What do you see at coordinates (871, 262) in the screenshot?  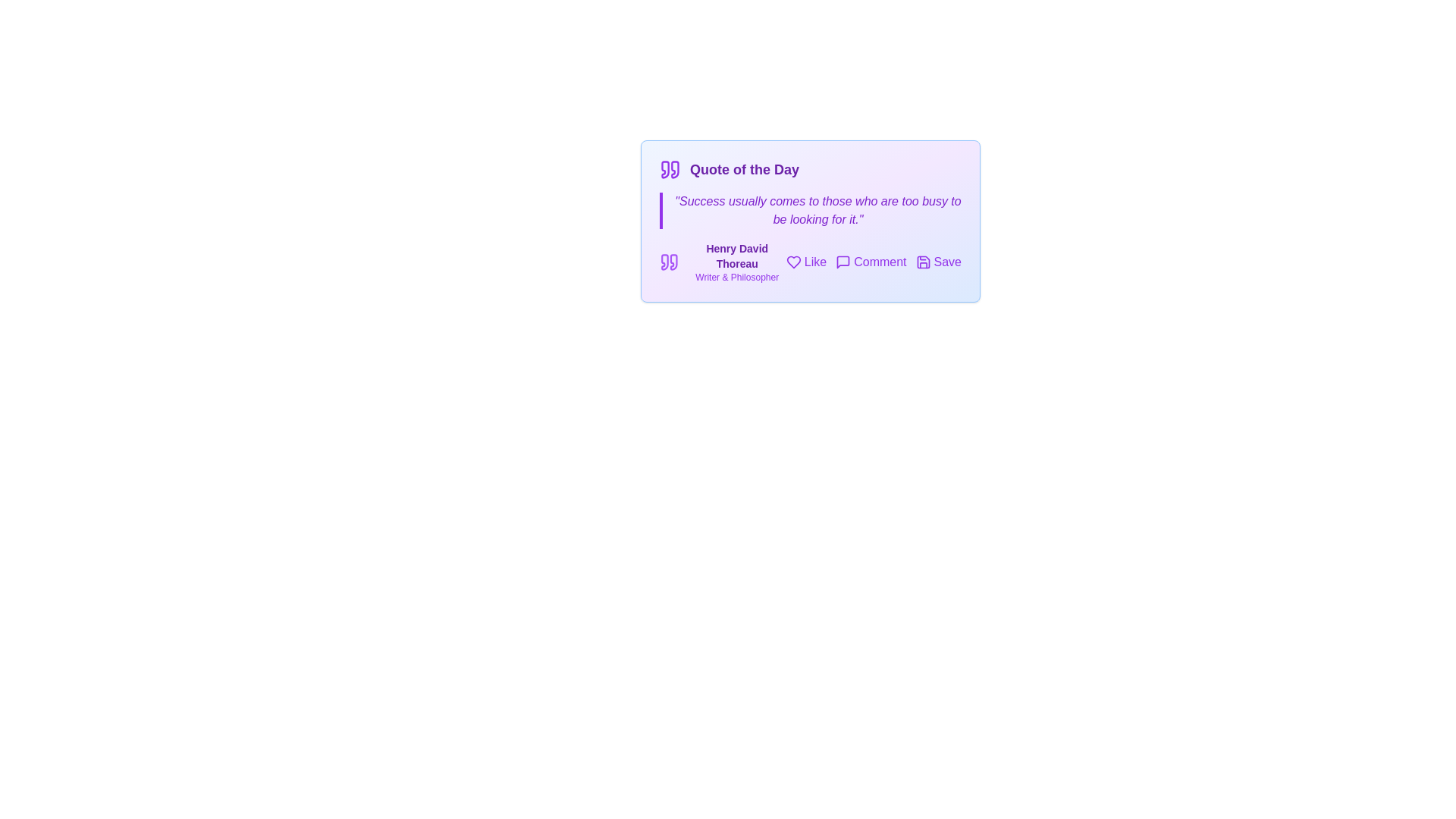 I see `the 'Comment' button located between the 'Like' and 'Save' buttons to observe visual styling changes` at bounding box center [871, 262].